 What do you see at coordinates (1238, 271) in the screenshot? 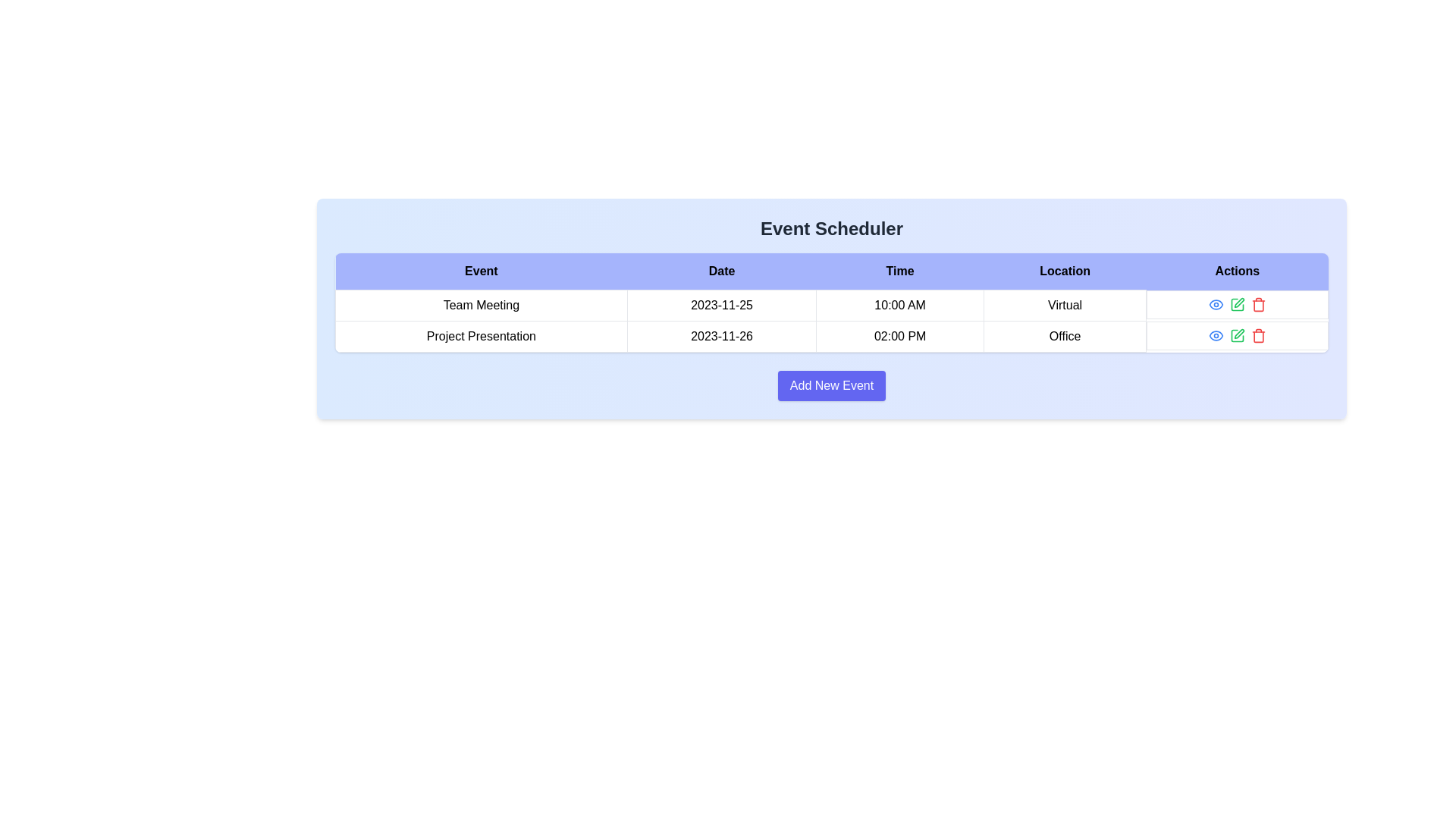
I see `the text label 'Actions' located in the last column header of the table with a light blue background` at bounding box center [1238, 271].